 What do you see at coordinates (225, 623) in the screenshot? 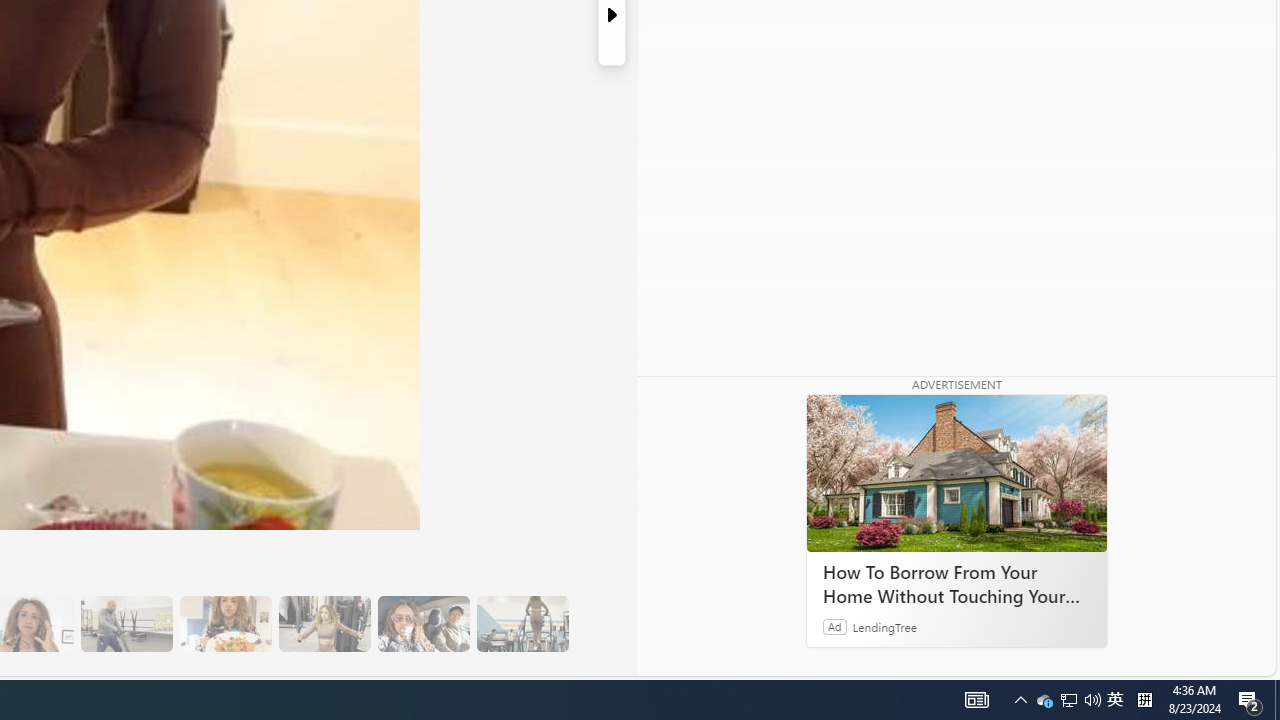
I see `'14 They Have Salmon and Veggies for Dinner'` at bounding box center [225, 623].